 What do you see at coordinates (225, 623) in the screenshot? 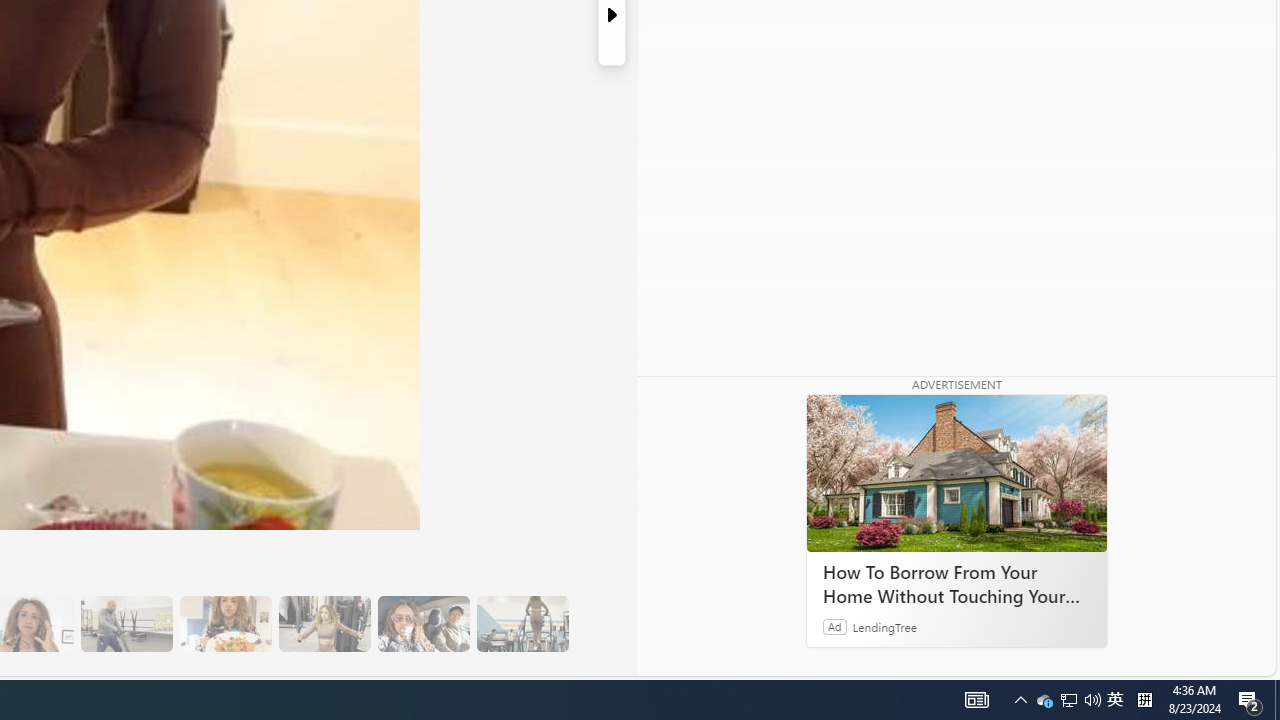
I see `'14 They Have Salmon and Veggies for Dinner'` at bounding box center [225, 623].